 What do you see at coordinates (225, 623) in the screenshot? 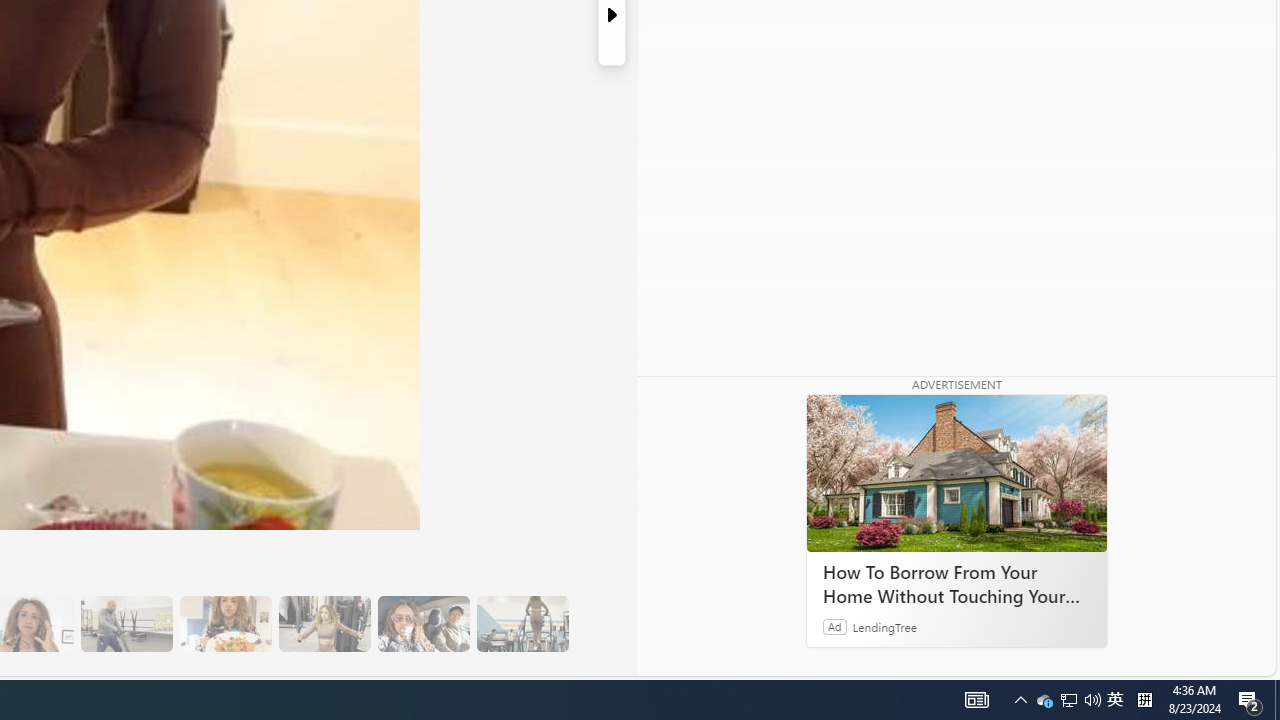
I see `'14 They Have Salmon and Veggies for Dinner'` at bounding box center [225, 623].